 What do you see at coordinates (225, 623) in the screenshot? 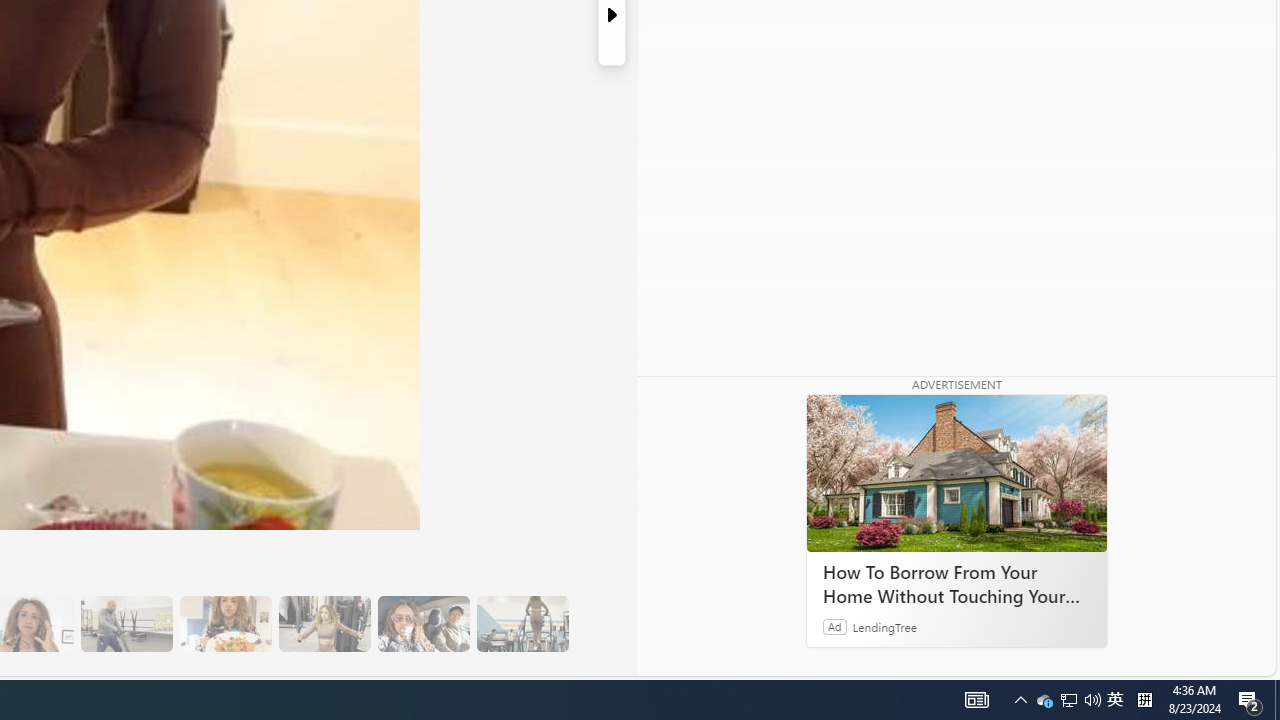
I see `'14 They Have Salmon and Veggies for Dinner'` at bounding box center [225, 623].